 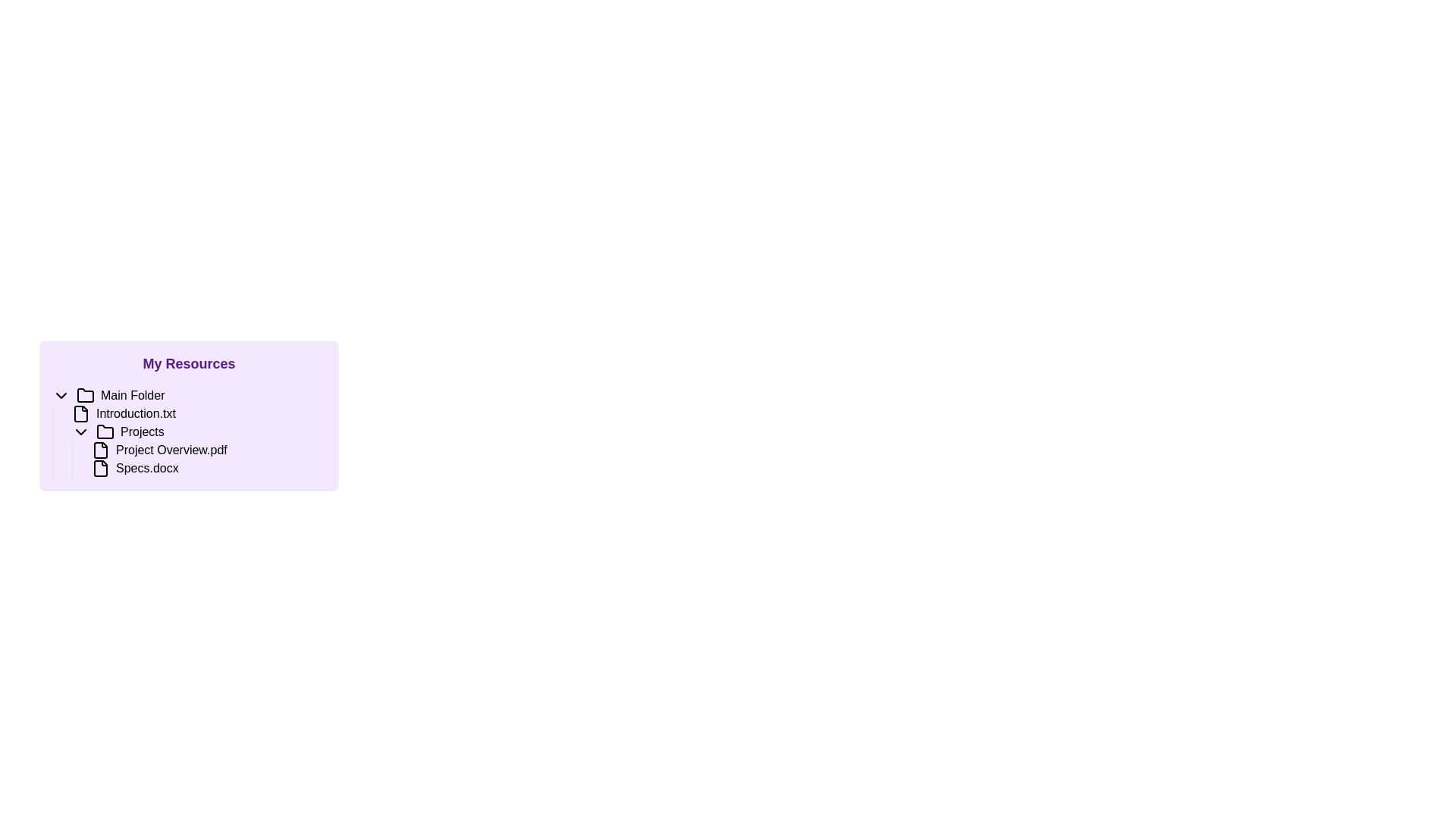 What do you see at coordinates (188, 432) in the screenshot?
I see `the 'Projects' folder` at bounding box center [188, 432].